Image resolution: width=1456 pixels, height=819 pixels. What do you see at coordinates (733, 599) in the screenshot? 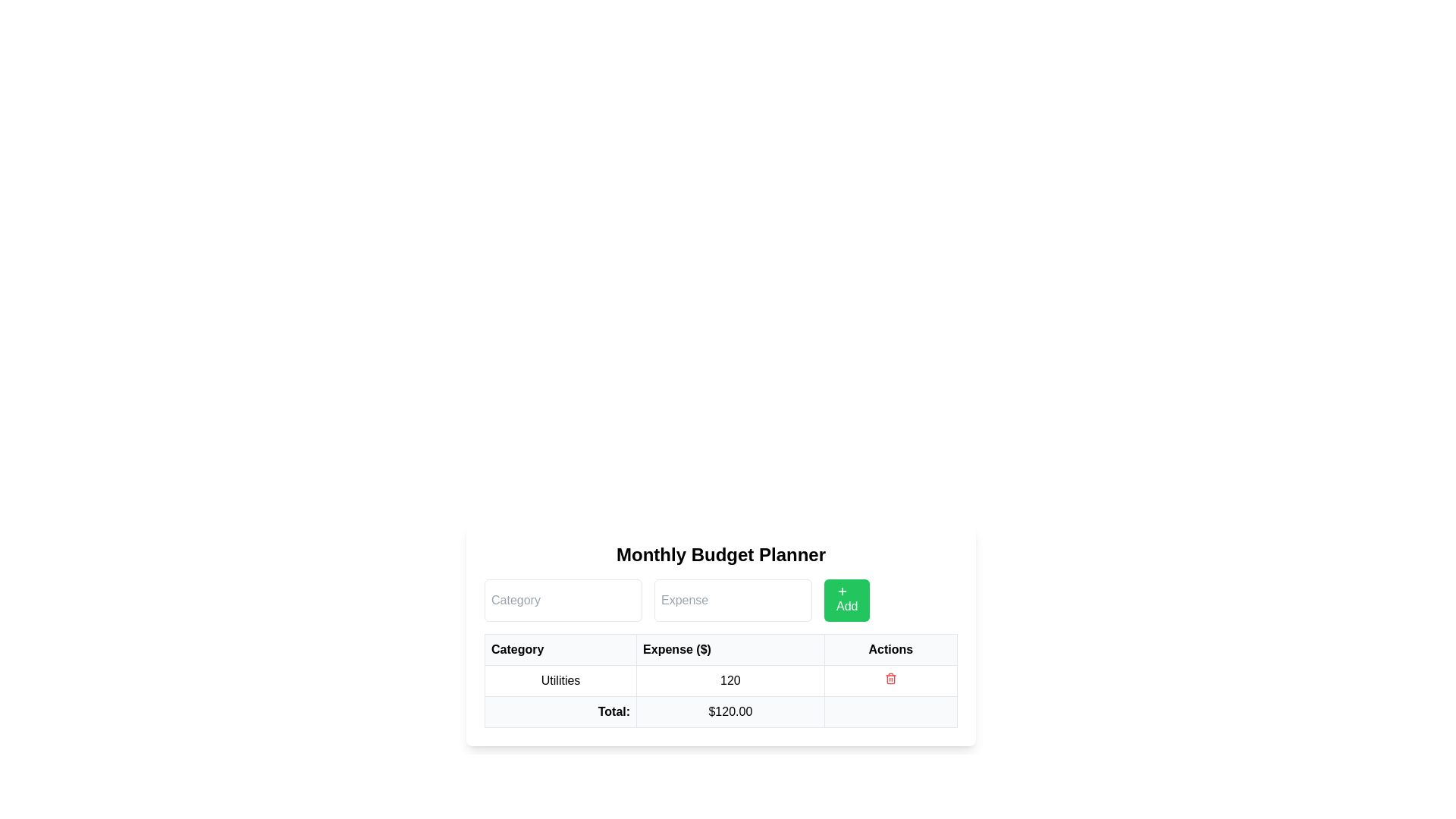
I see `the numeric input field for expenses by tabbing from the previous input field labeled 'Category'` at bounding box center [733, 599].